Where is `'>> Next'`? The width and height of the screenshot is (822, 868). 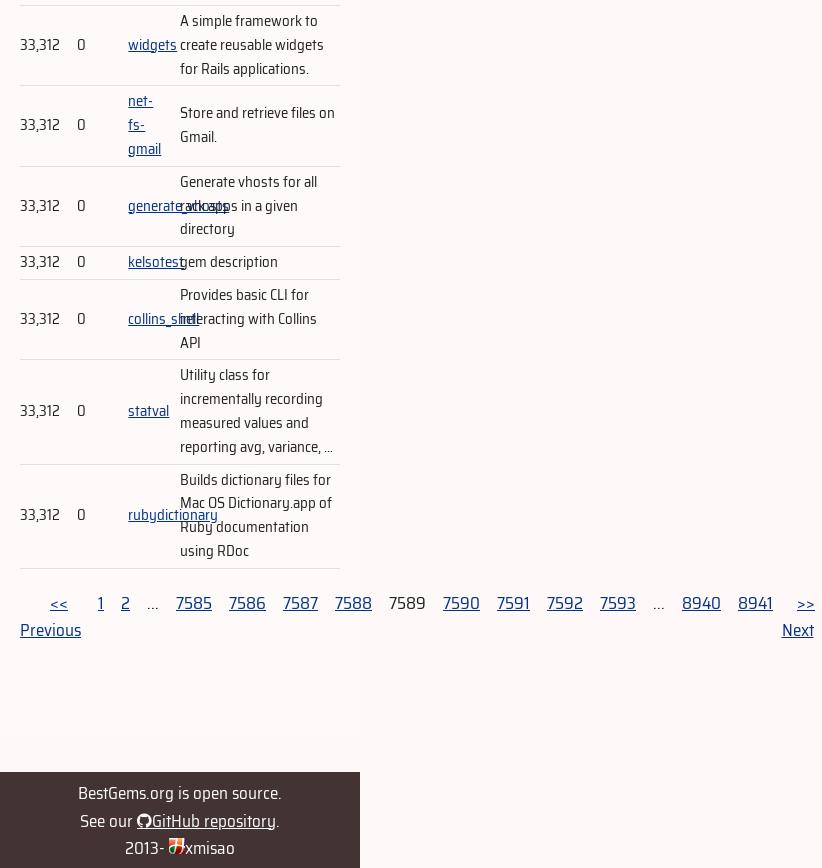
'>> Next' is located at coordinates (797, 616).